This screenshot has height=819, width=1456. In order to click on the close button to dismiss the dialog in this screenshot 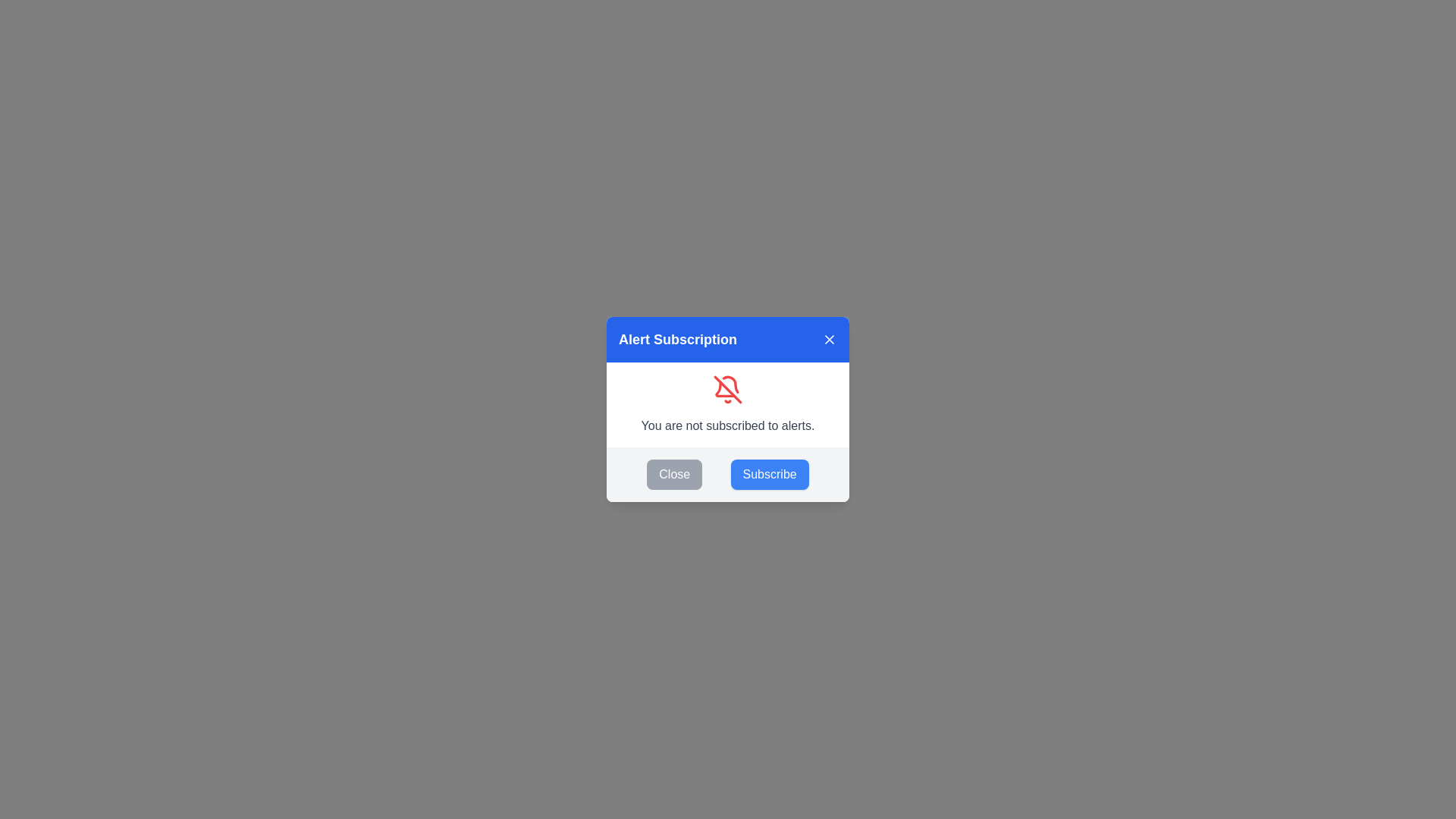, I will do `click(829, 338)`.